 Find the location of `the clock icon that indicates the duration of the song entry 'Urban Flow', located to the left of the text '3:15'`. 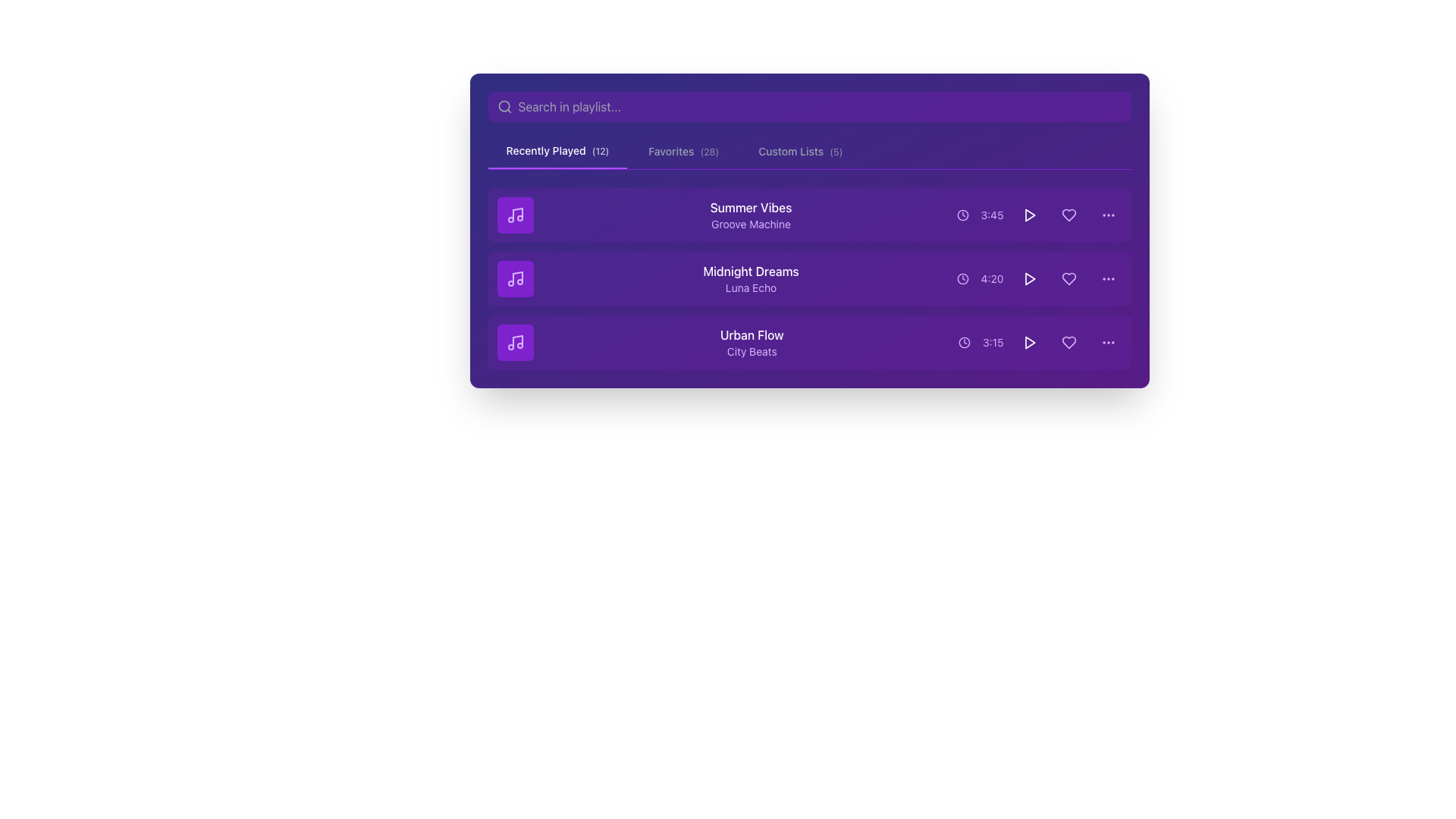

the clock icon that indicates the duration of the song entry 'Urban Flow', located to the left of the text '3:15' is located at coordinates (964, 342).